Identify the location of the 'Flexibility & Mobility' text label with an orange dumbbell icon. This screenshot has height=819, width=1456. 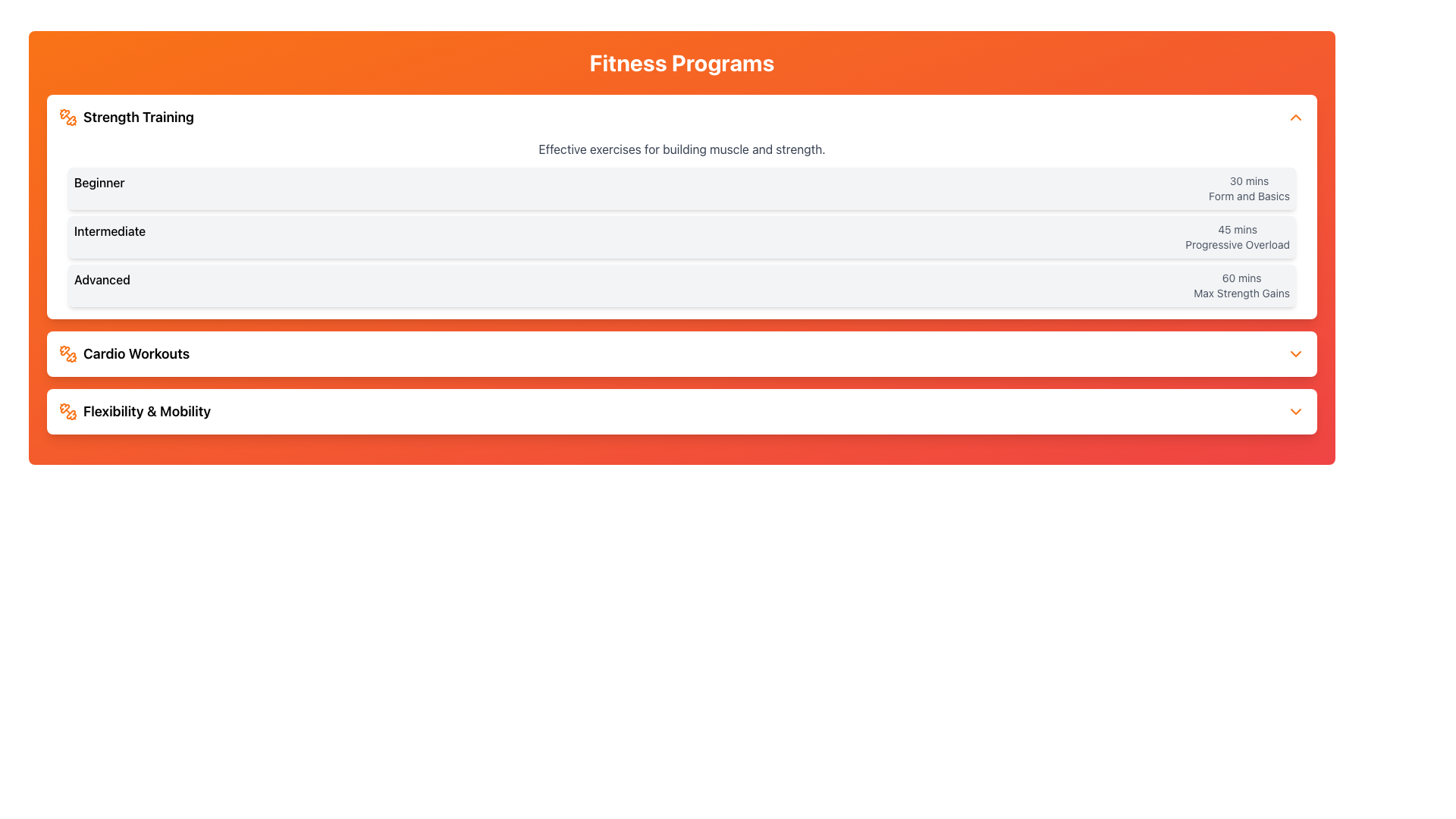
(135, 412).